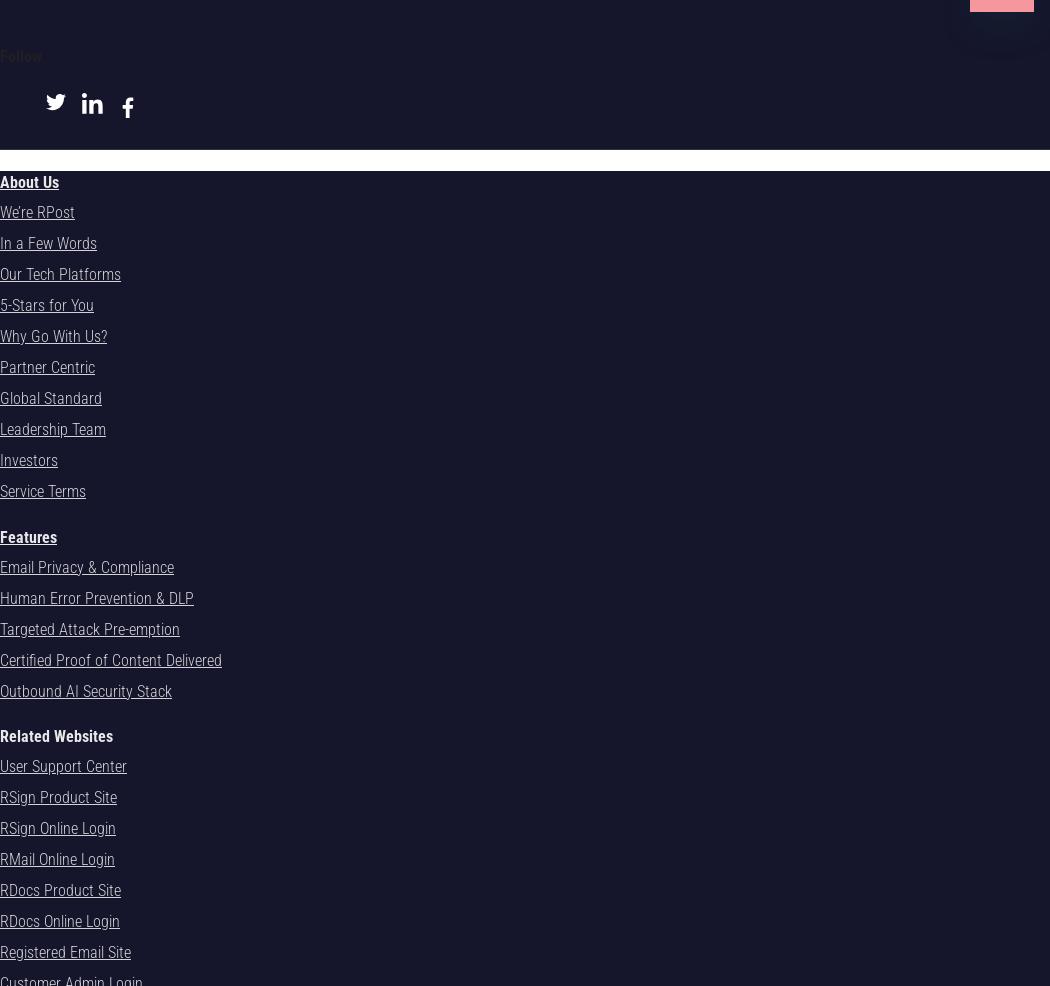 This screenshot has width=1050, height=986. Describe the element at coordinates (57, 796) in the screenshot. I see `'RSign Product Site'` at that location.